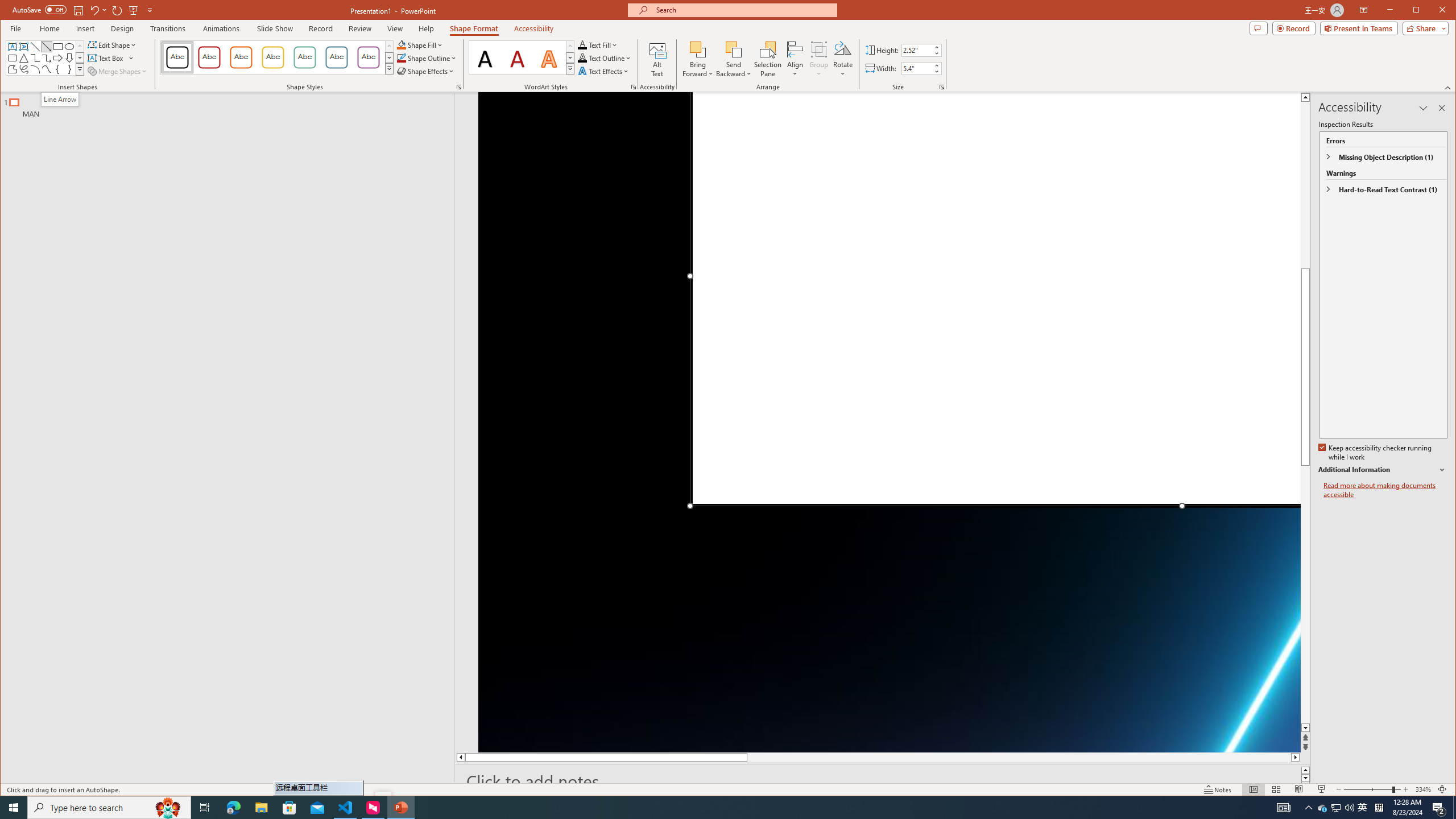 This screenshot has width=1456, height=819. I want to click on 'Merge Shapes', so click(118, 71).